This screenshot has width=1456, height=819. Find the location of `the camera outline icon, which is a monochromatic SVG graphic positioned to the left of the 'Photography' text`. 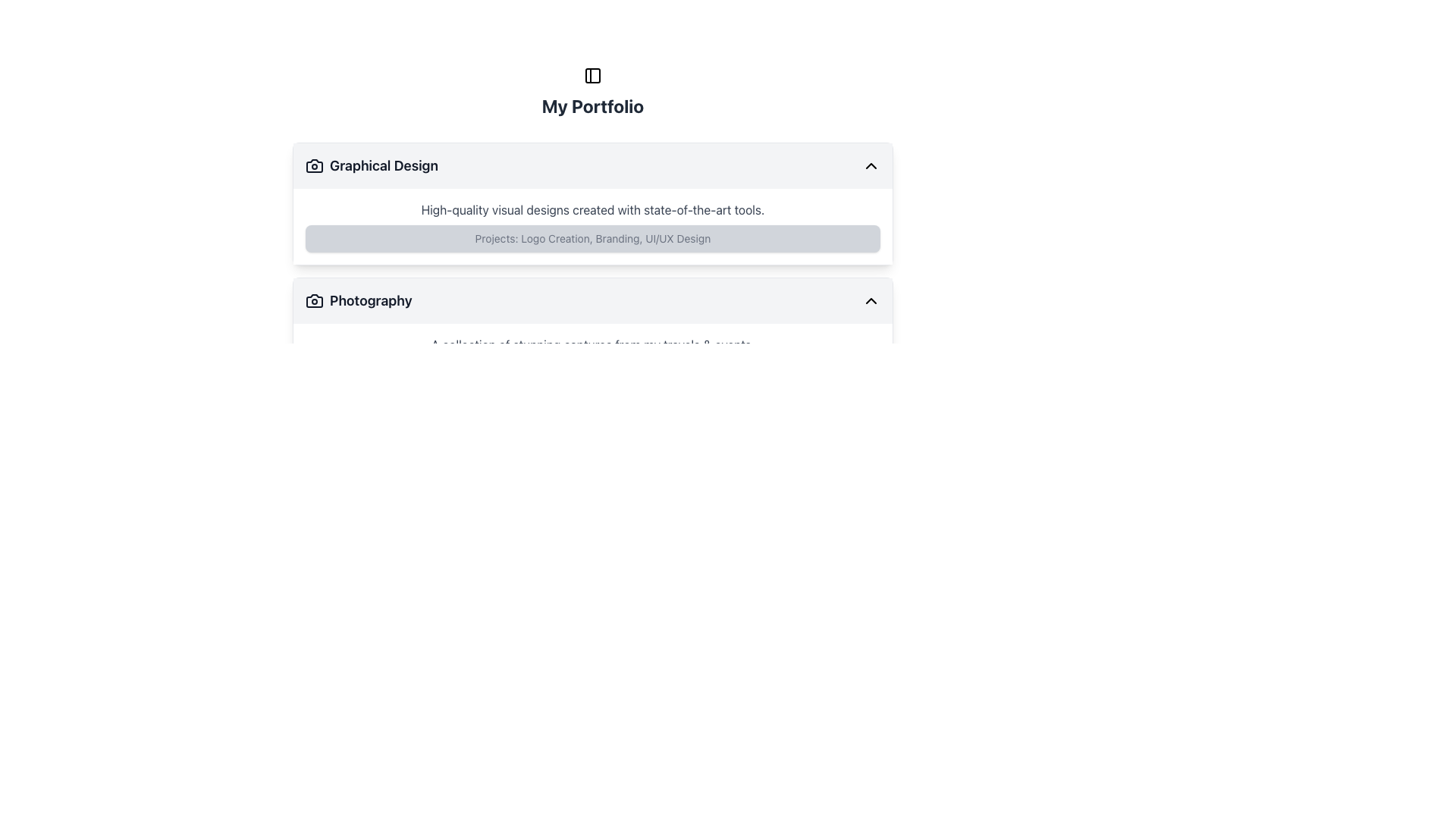

the camera outline icon, which is a monochromatic SVG graphic positioned to the left of the 'Photography' text is located at coordinates (313, 301).